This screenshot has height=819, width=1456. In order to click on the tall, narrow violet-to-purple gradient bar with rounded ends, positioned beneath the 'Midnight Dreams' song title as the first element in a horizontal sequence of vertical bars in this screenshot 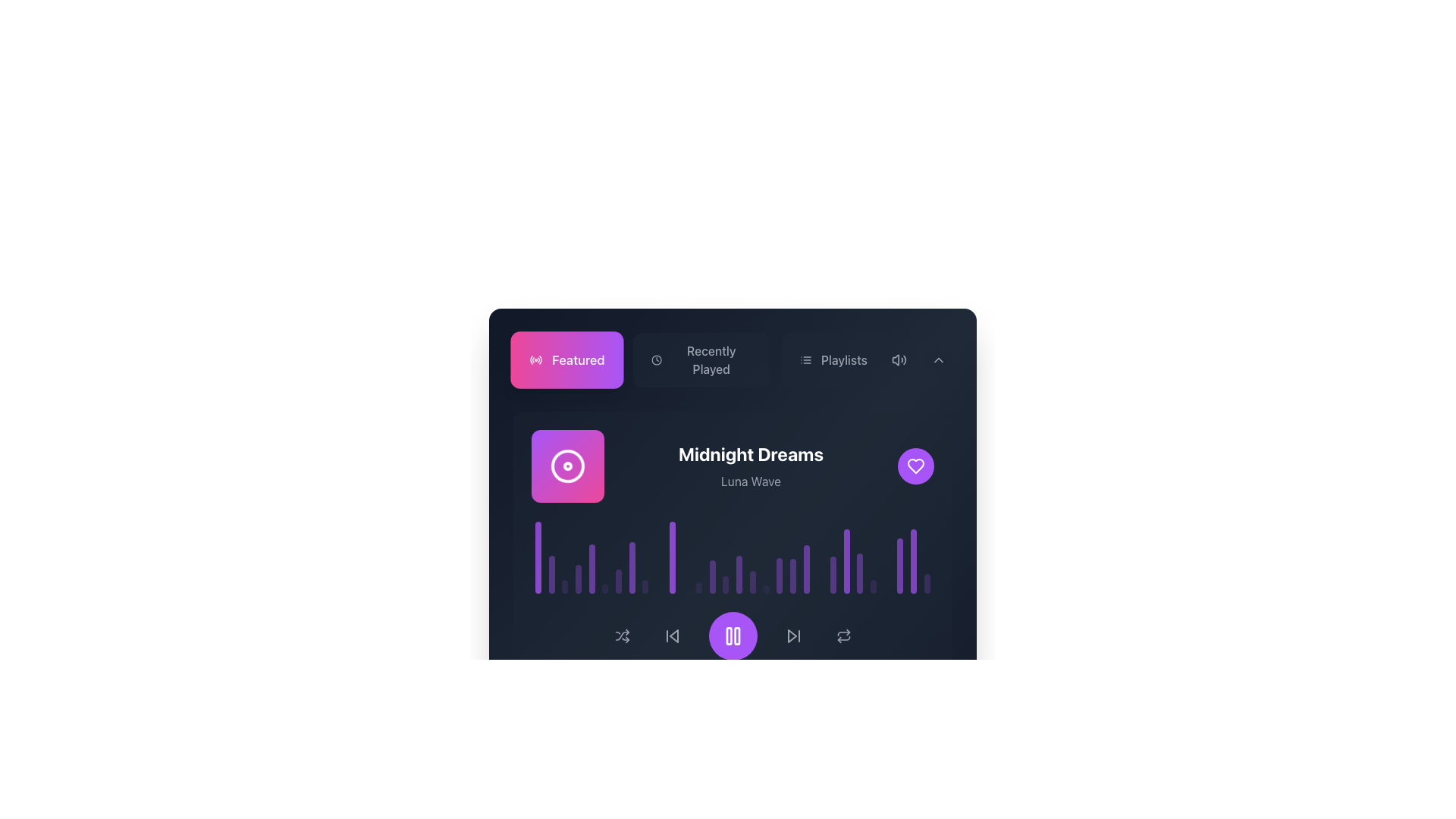, I will do `click(538, 557)`.